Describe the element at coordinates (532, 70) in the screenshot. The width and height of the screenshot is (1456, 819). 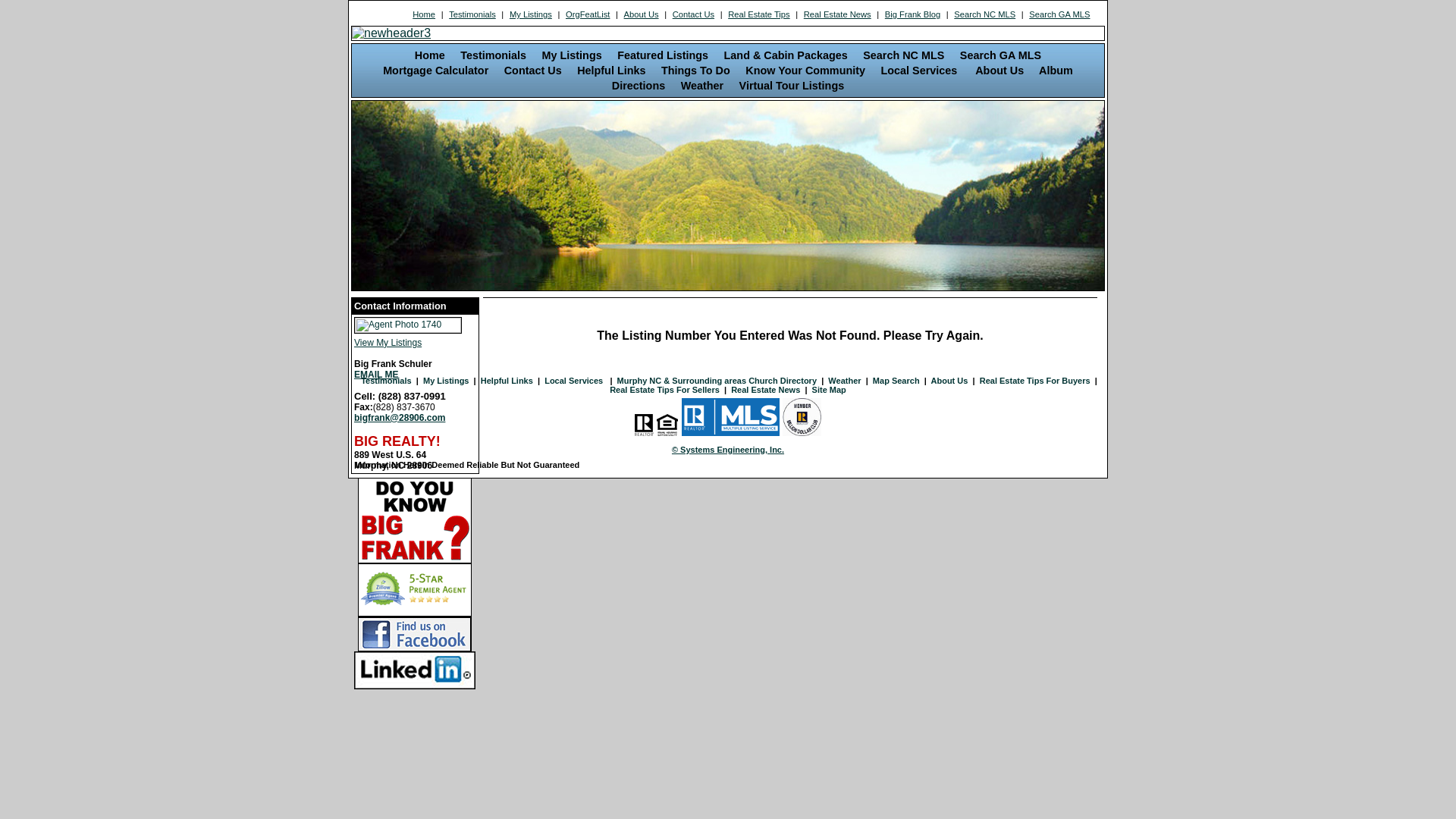
I see `'Contact Us'` at that location.